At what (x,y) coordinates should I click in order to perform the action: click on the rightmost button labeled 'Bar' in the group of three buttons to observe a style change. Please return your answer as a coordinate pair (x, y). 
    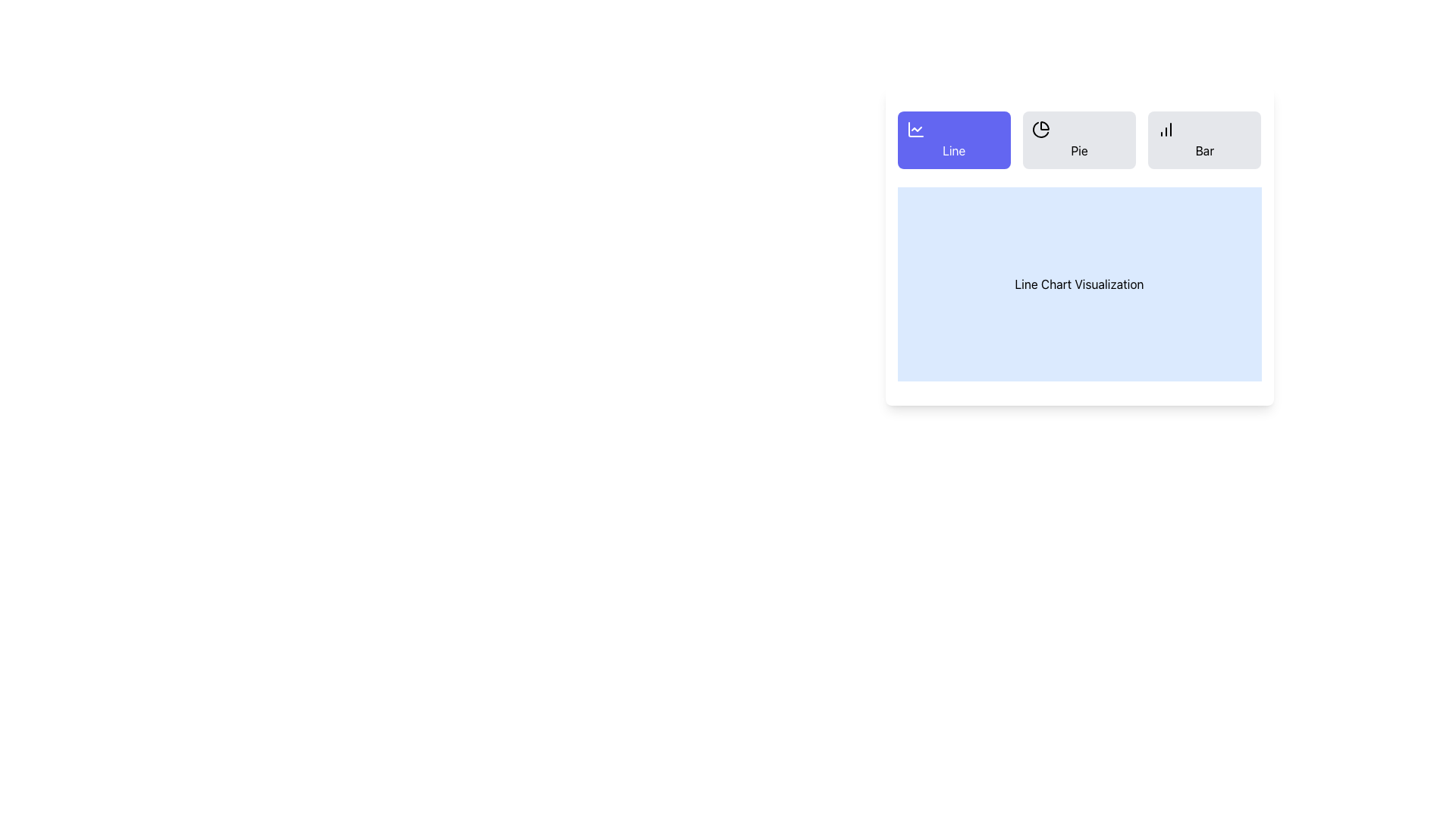
    Looking at the image, I should click on (1203, 140).